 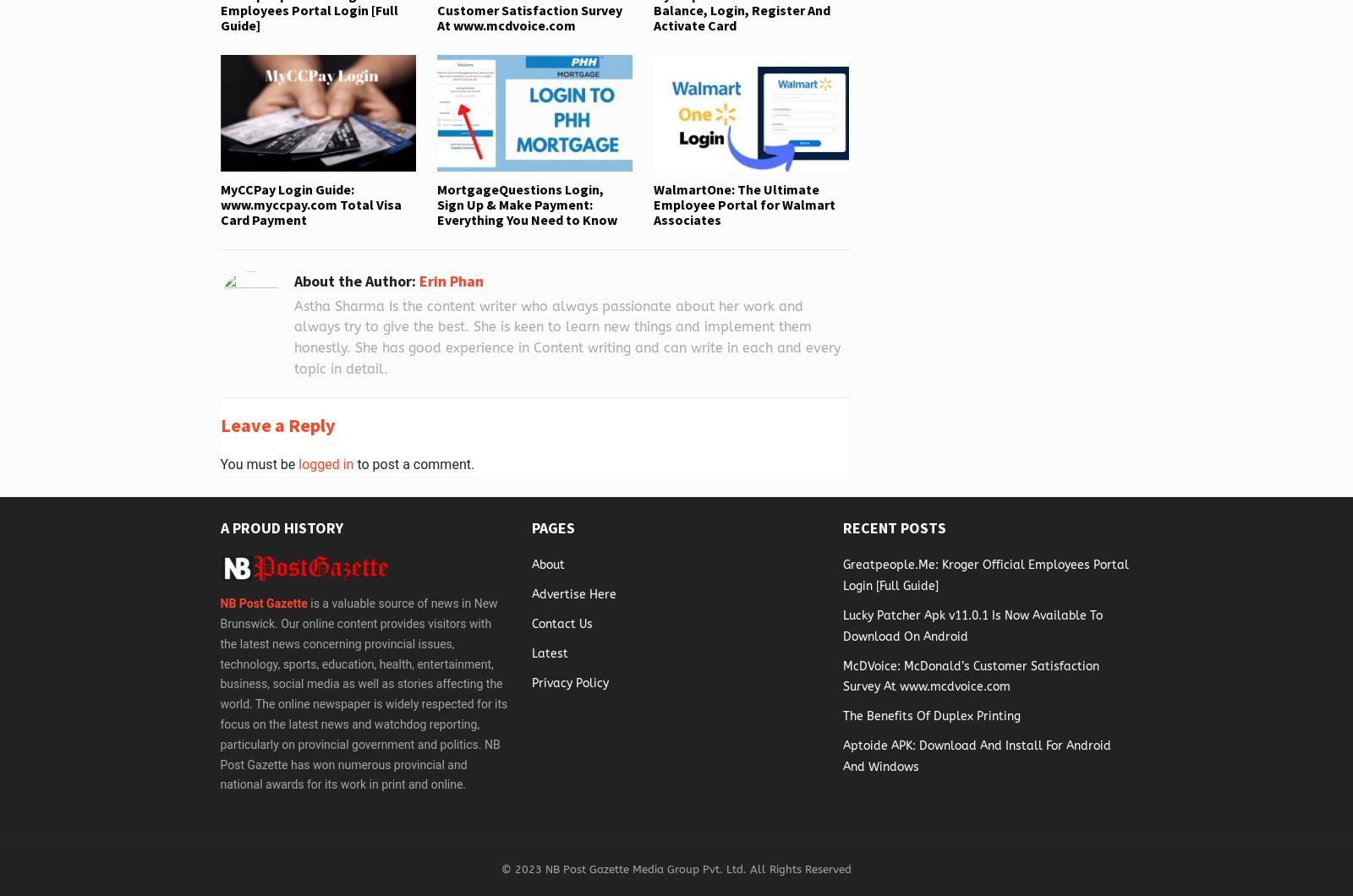 I want to click on 'Advertise Here', so click(x=573, y=593).